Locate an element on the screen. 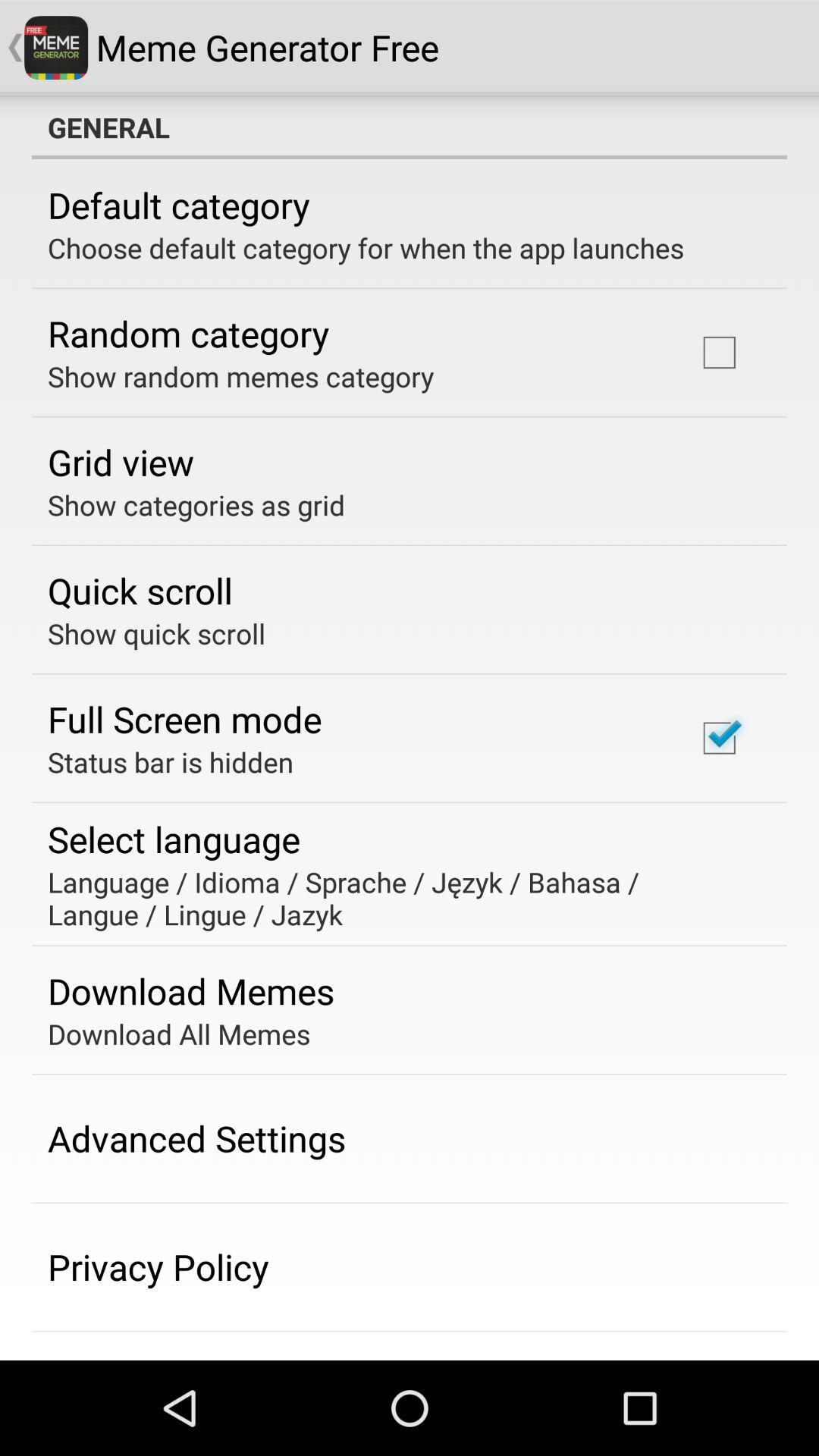 This screenshot has width=819, height=1456. the grid view app is located at coordinates (120, 461).